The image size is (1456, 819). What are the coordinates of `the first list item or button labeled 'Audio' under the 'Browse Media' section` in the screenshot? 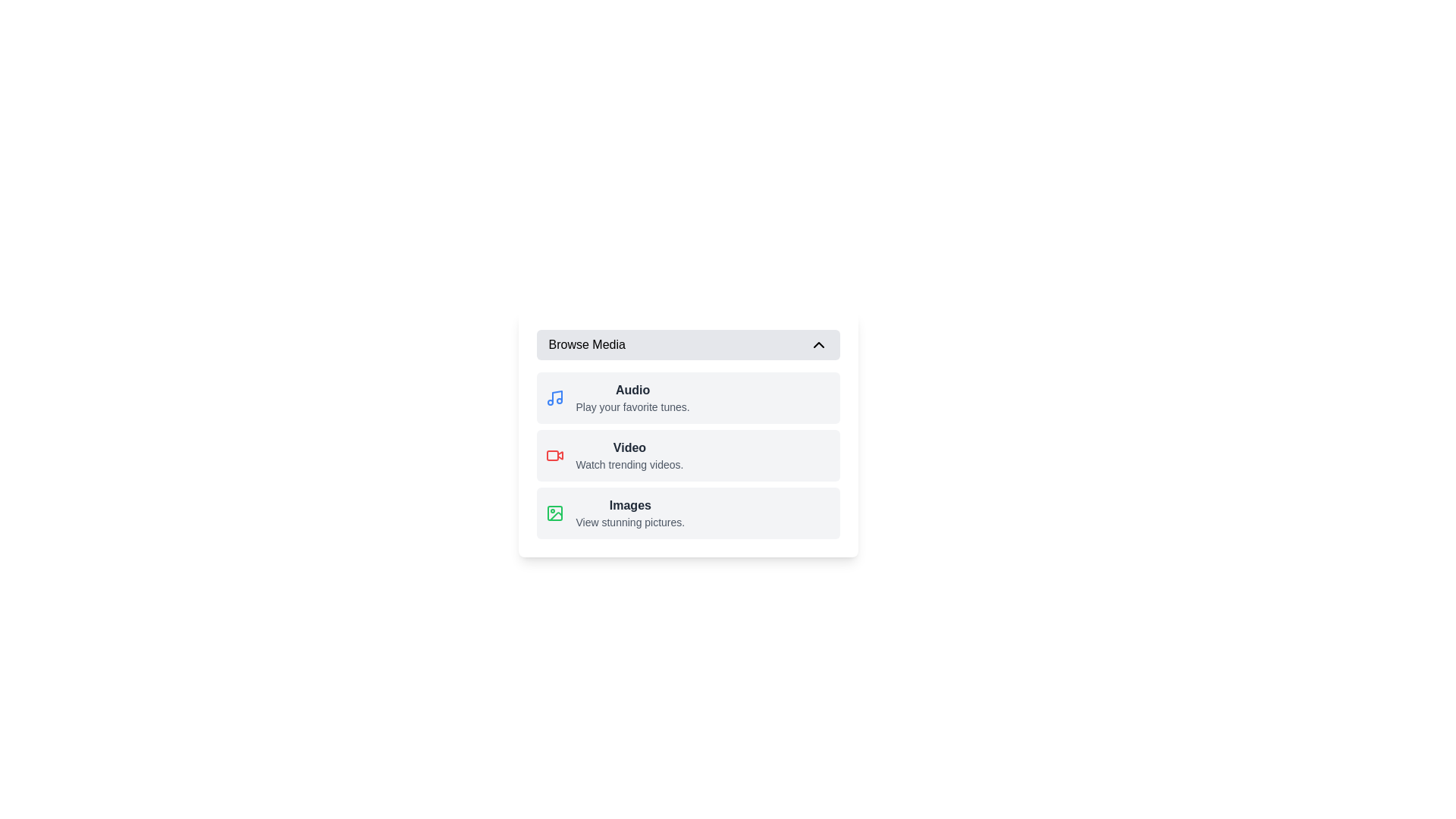 It's located at (687, 397).